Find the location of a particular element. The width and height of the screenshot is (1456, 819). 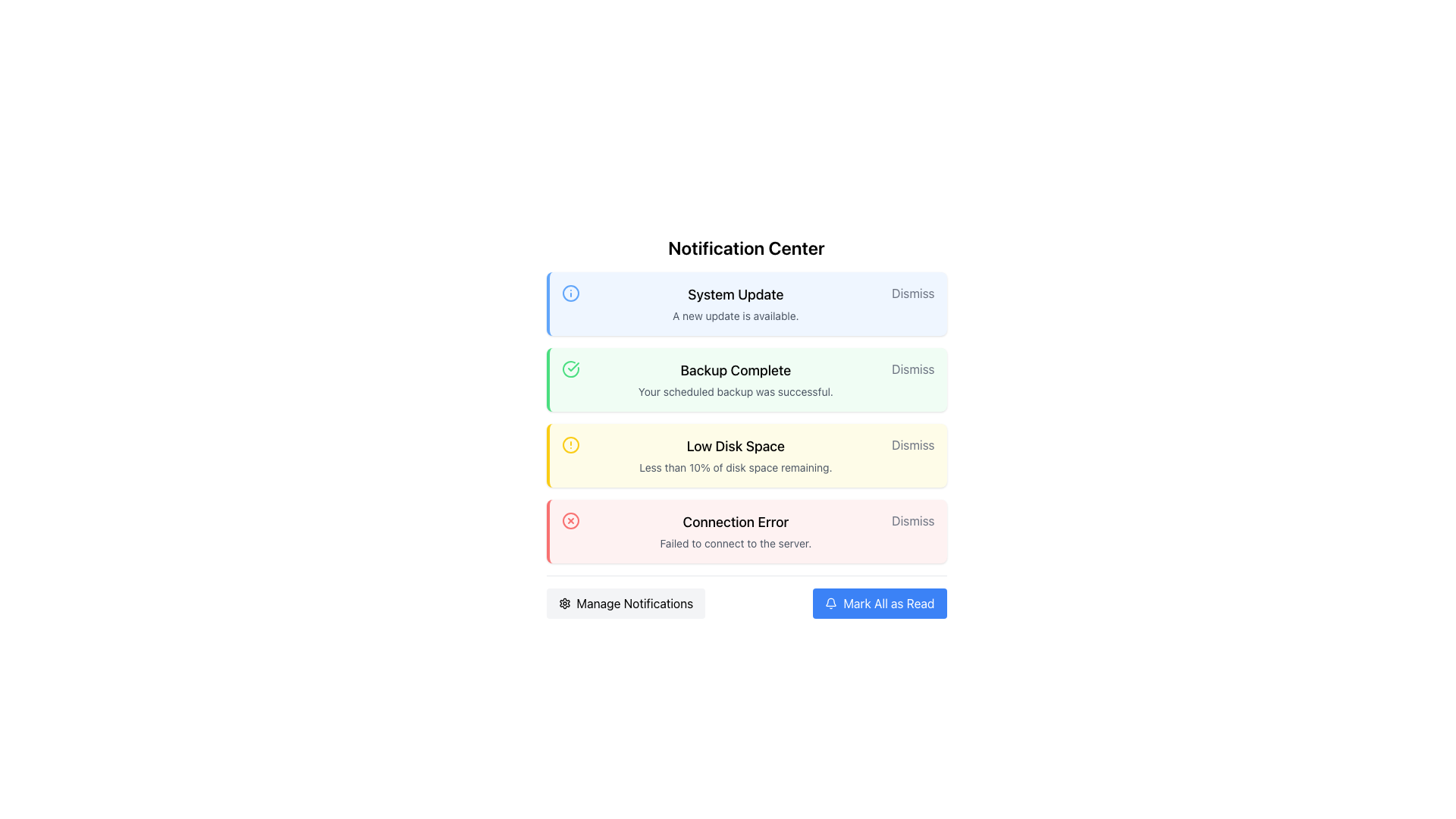

the title Text Label of the second notification which summarizes the message content, located above the descriptive text 'Your scheduled backup was successful.' is located at coordinates (736, 371).